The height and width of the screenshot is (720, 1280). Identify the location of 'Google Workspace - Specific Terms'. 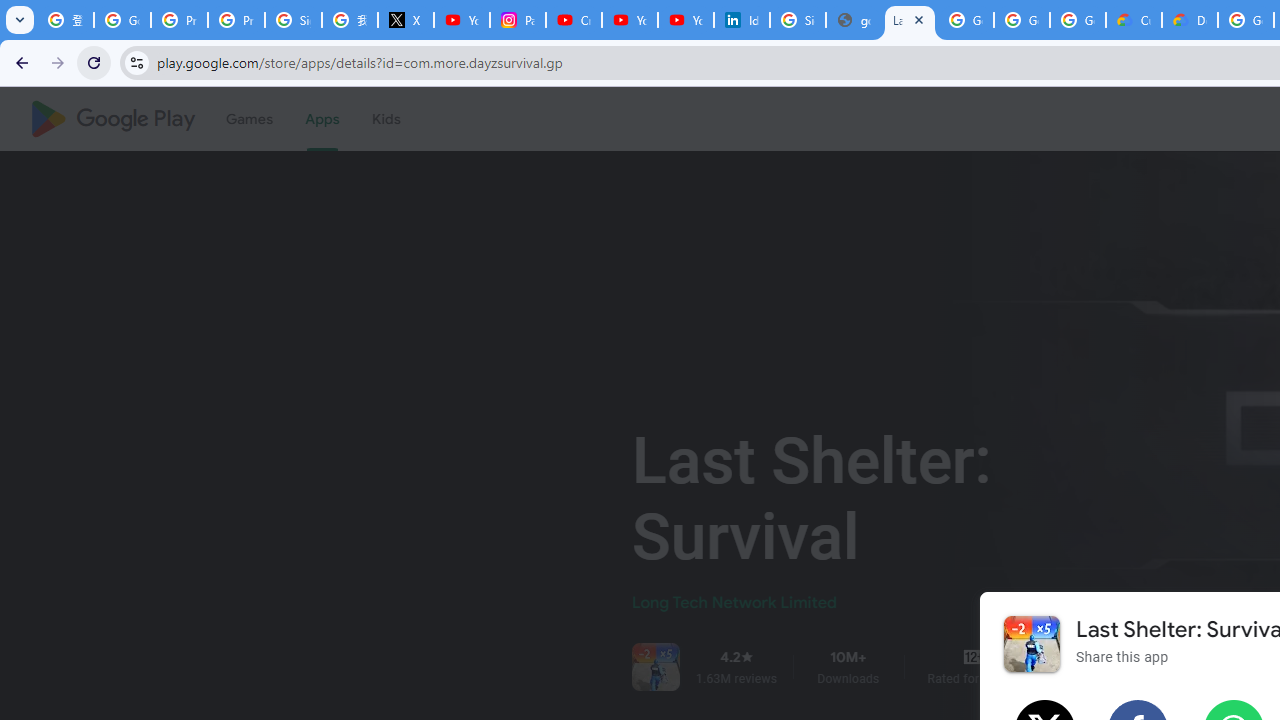
(1022, 20).